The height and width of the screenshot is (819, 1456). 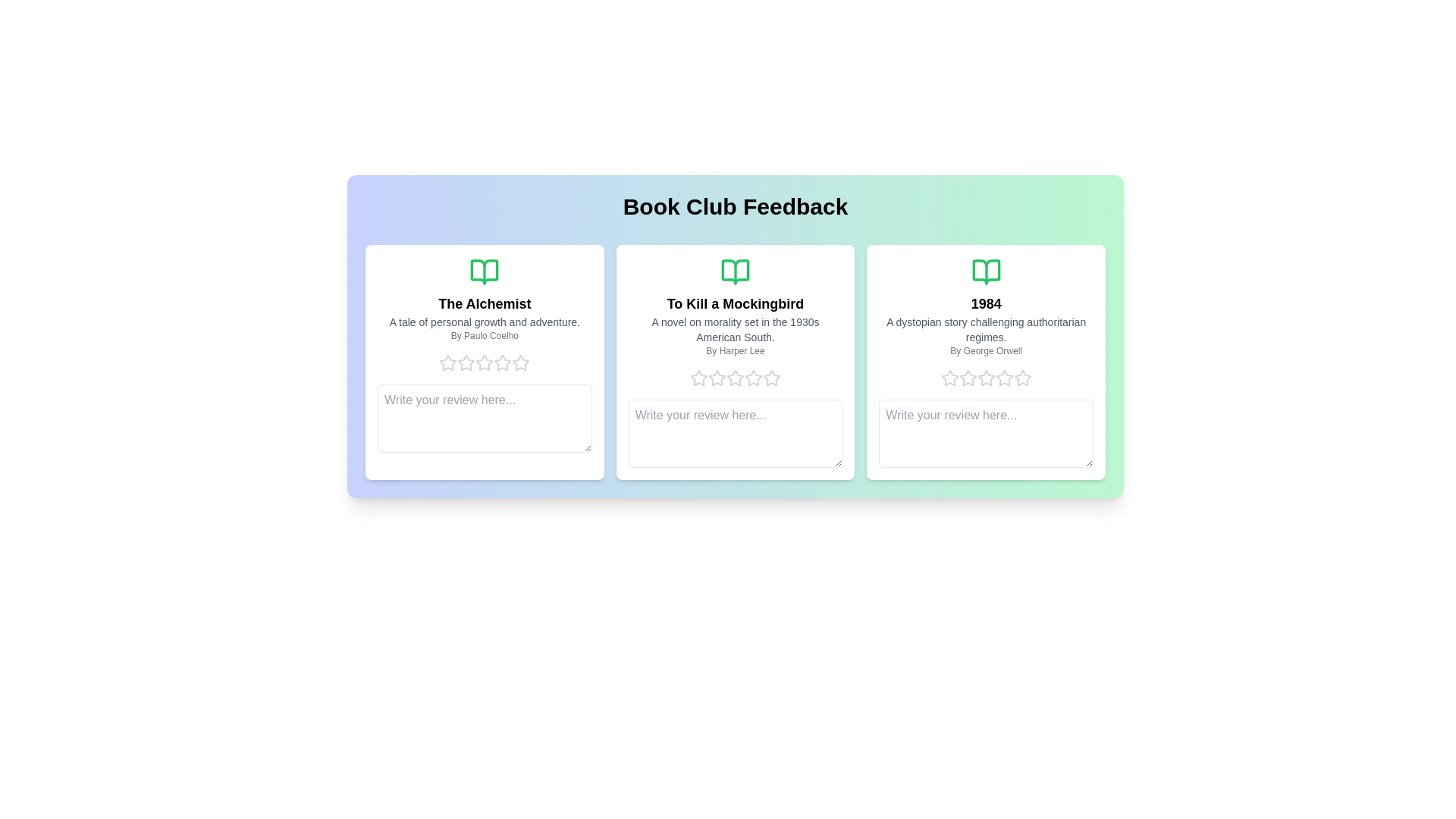 I want to click on the second rating star icon for the book 'To Kill a Mockingbird', so click(x=698, y=377).